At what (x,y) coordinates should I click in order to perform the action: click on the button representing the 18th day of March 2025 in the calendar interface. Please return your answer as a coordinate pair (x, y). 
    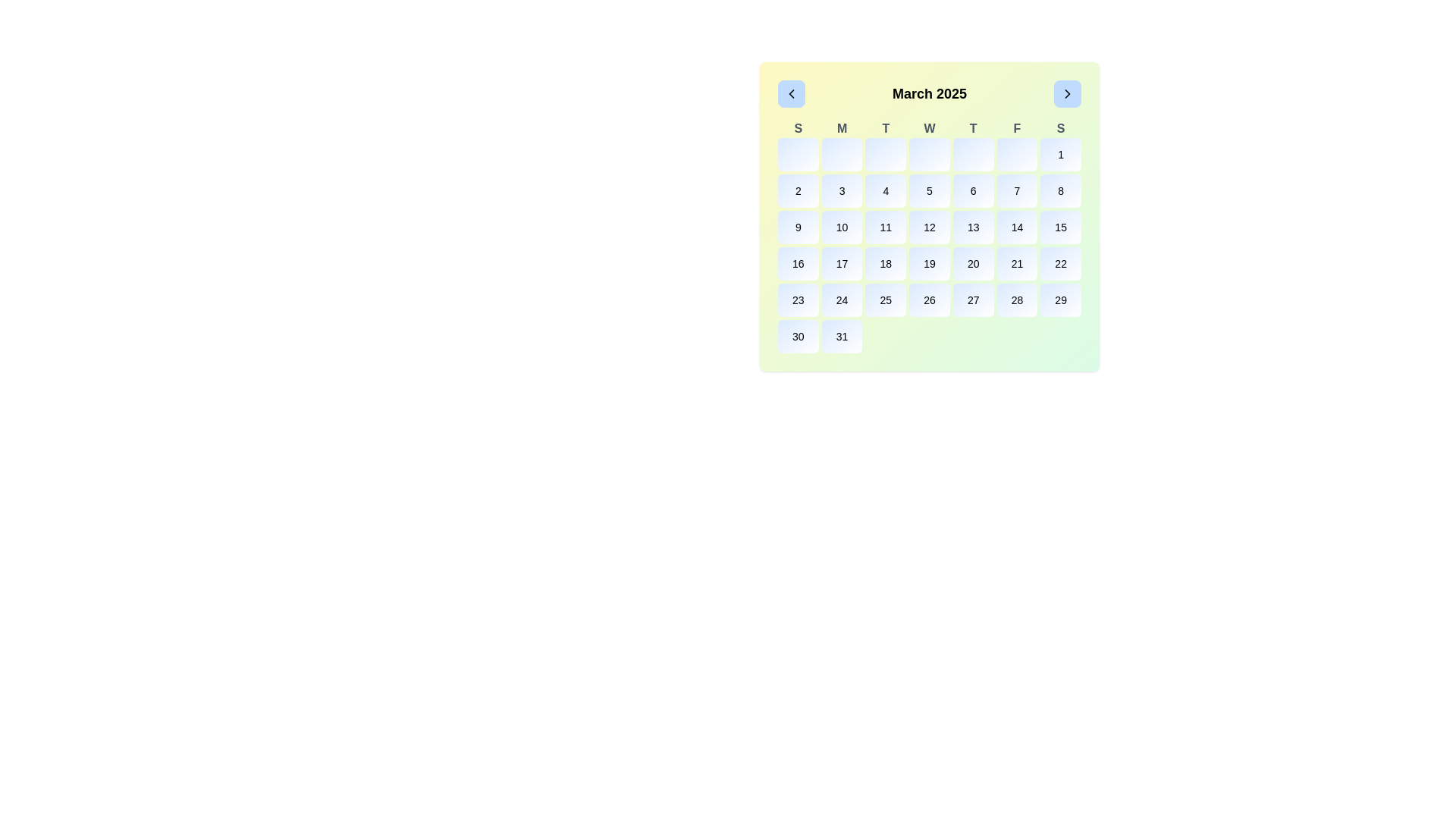
    Looking at the image, I should click on (886, 262).